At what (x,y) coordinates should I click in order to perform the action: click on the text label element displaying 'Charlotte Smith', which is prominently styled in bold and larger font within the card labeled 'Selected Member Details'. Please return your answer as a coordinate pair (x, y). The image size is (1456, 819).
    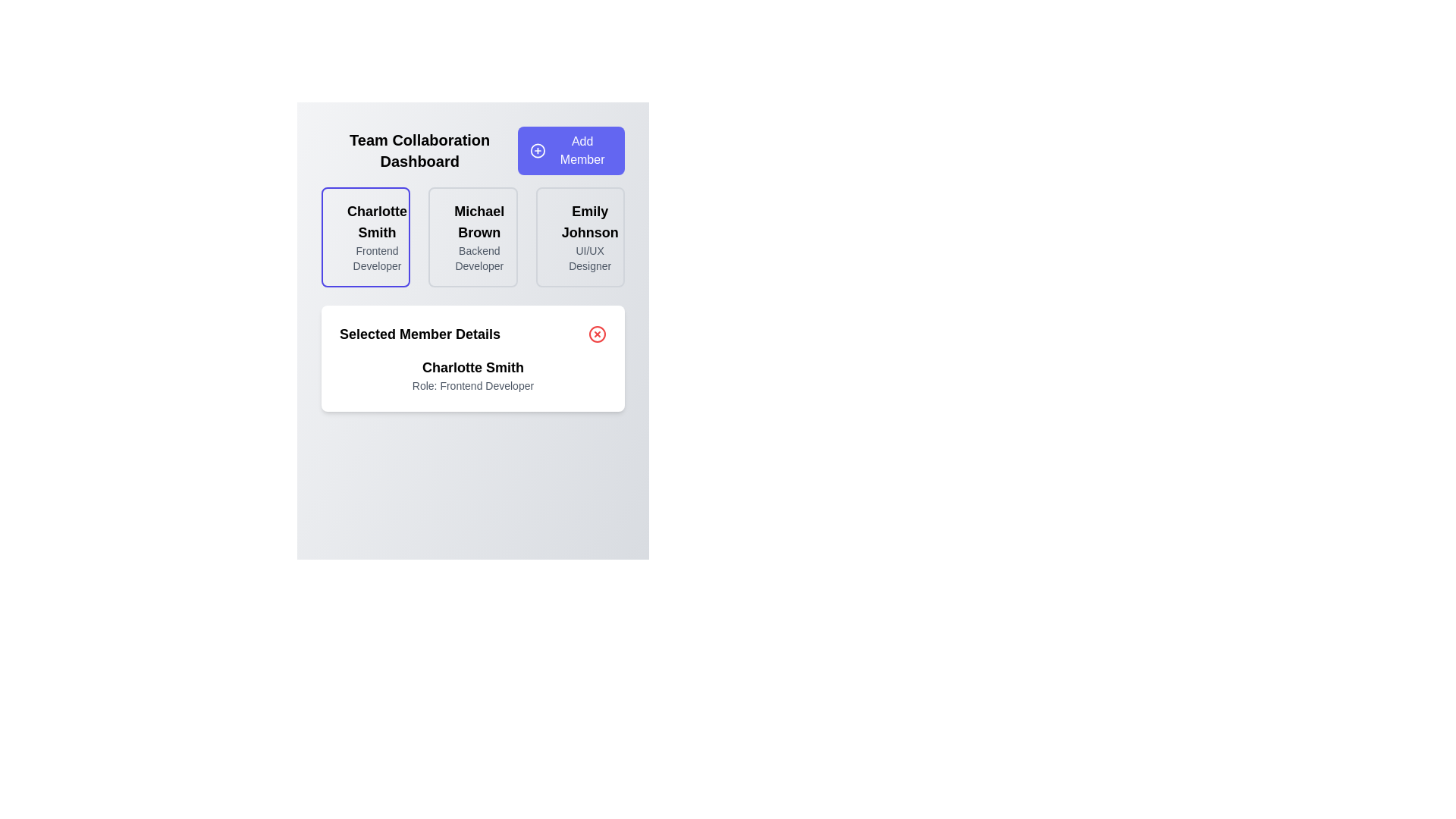
    Looking at the image, I should click on (472, 368).